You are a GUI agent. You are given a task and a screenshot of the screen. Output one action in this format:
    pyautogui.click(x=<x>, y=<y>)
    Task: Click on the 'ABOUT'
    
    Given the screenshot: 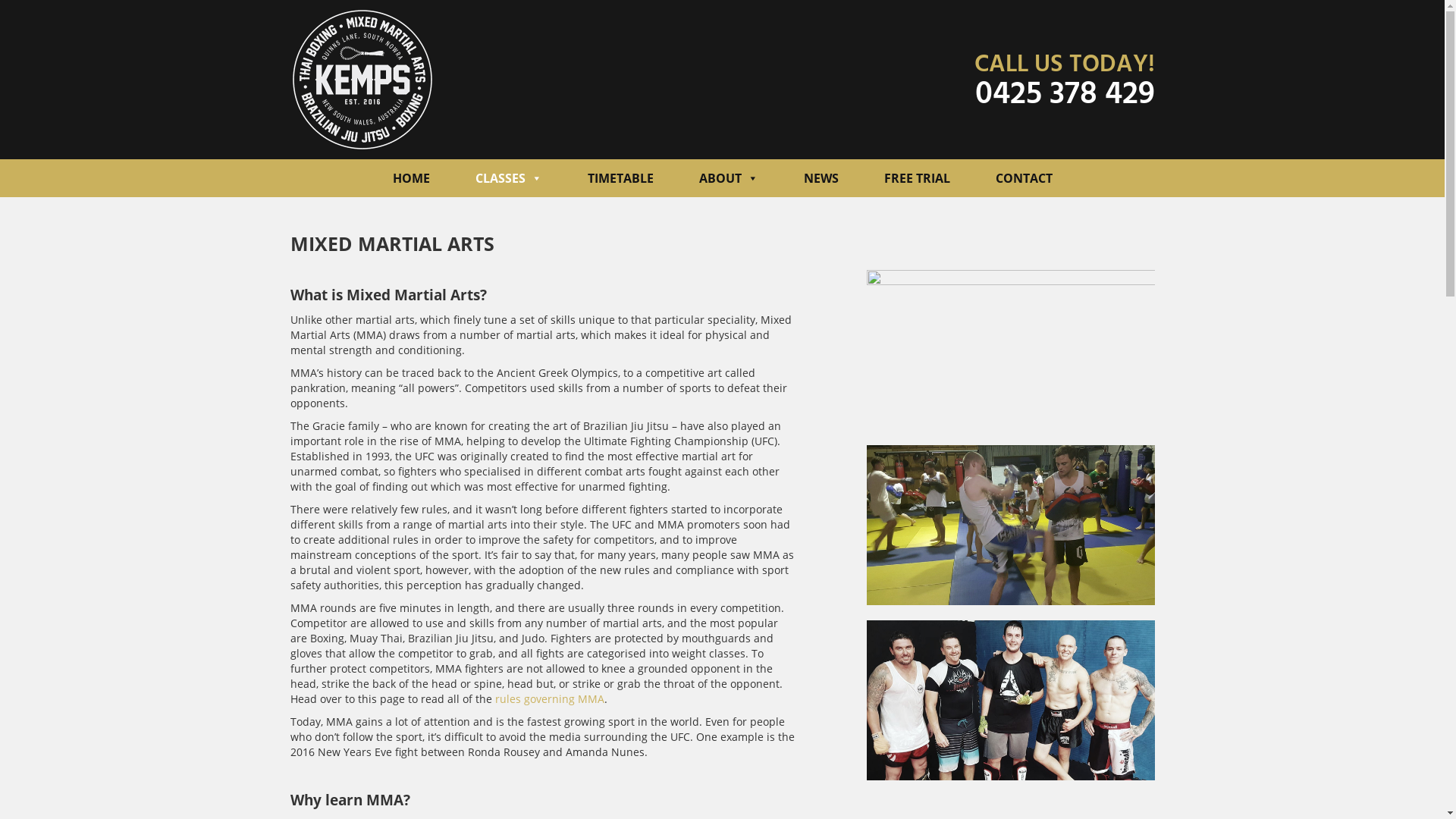 What is the action you would take?
    pyautogui.click(x=728, y=177)
    